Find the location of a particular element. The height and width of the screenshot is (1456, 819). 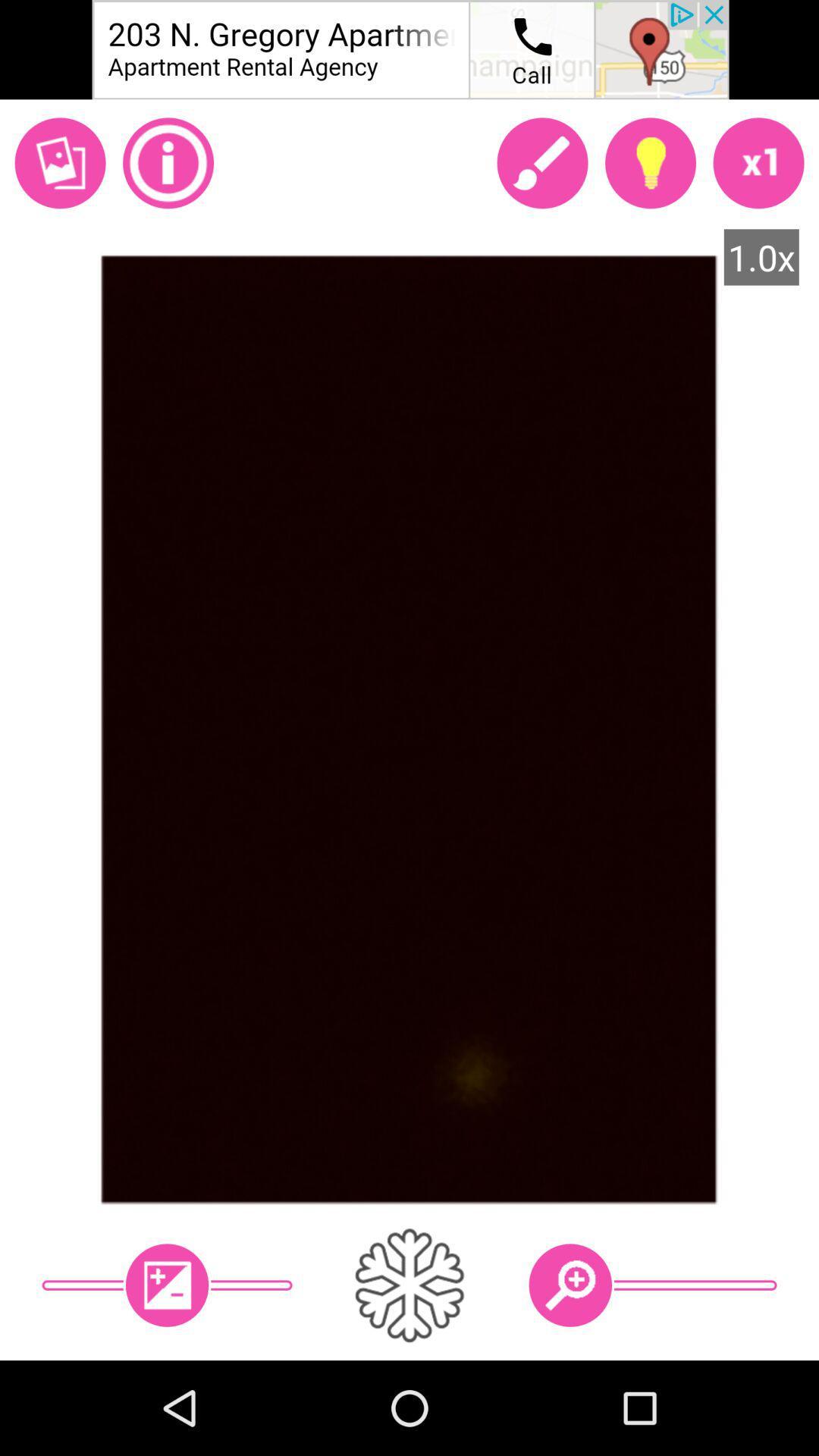

open gallery images is located at coordinates (59, 163).